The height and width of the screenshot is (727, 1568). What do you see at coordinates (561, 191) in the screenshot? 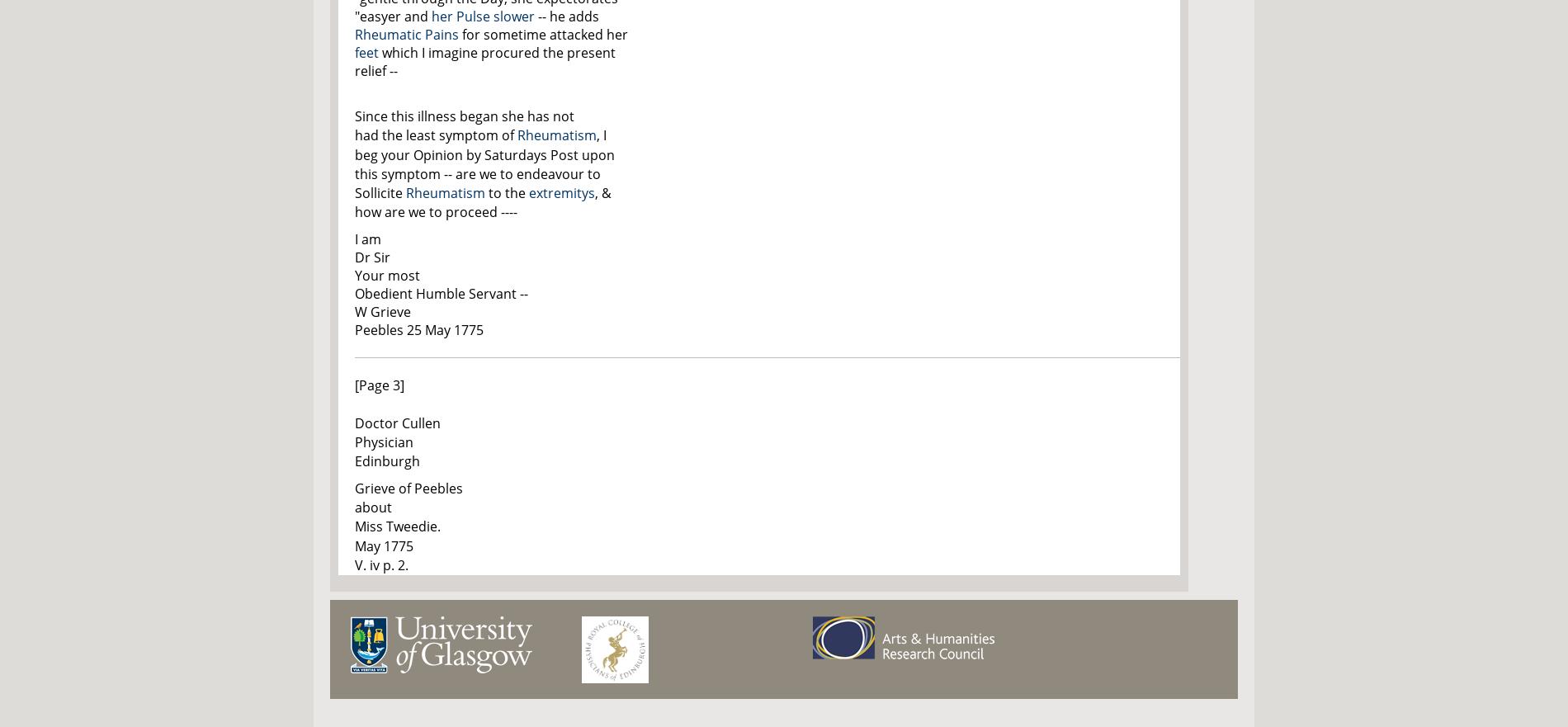
I see `'extremitys'` at bounding box center [561, 191].